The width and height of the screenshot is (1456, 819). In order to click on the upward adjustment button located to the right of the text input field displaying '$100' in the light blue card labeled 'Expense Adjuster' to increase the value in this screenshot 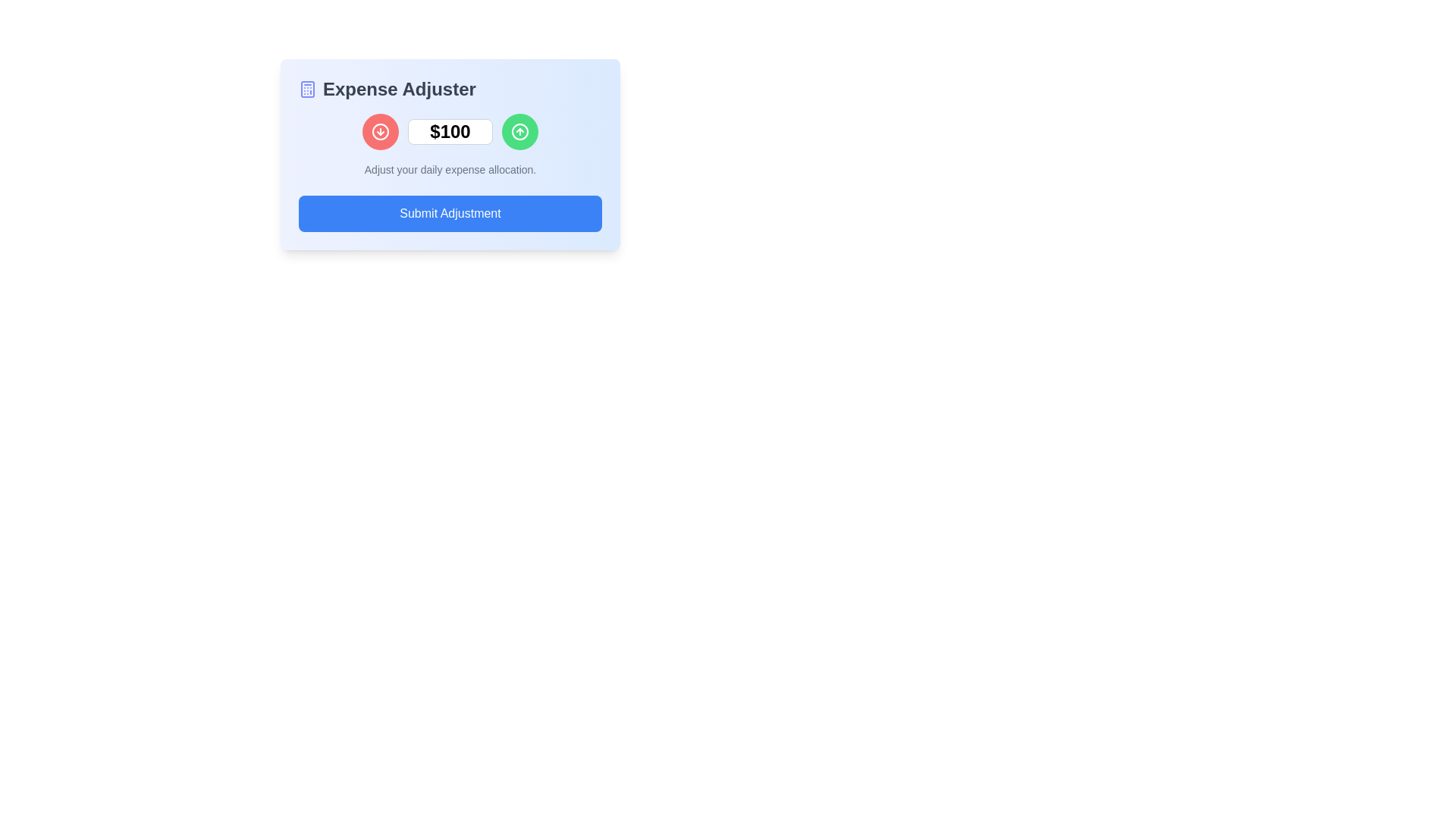, I will do `click(520, 130)`.